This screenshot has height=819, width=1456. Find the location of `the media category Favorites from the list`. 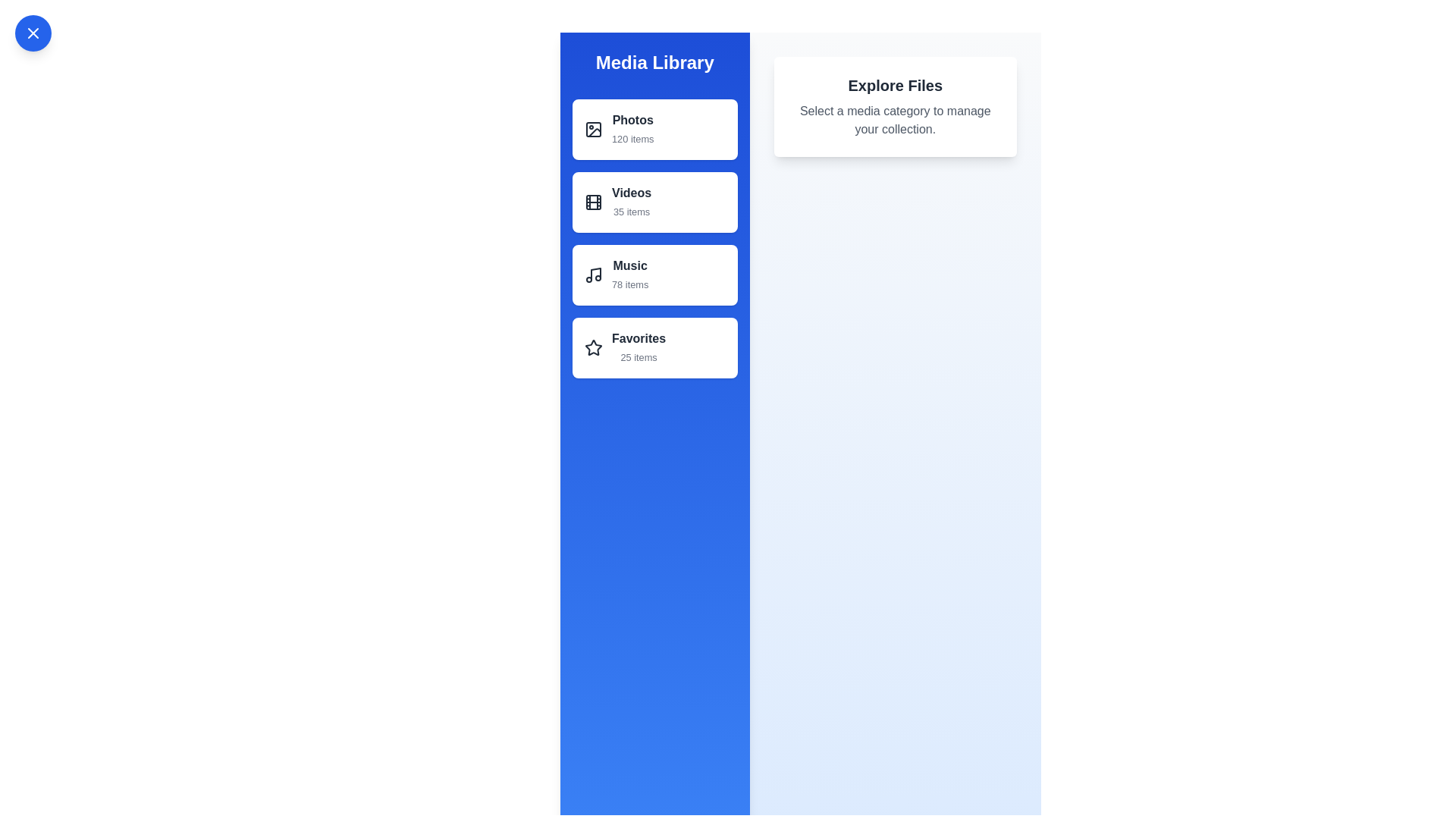

the media category Favorites from the list is located at coordinates (654, 348).